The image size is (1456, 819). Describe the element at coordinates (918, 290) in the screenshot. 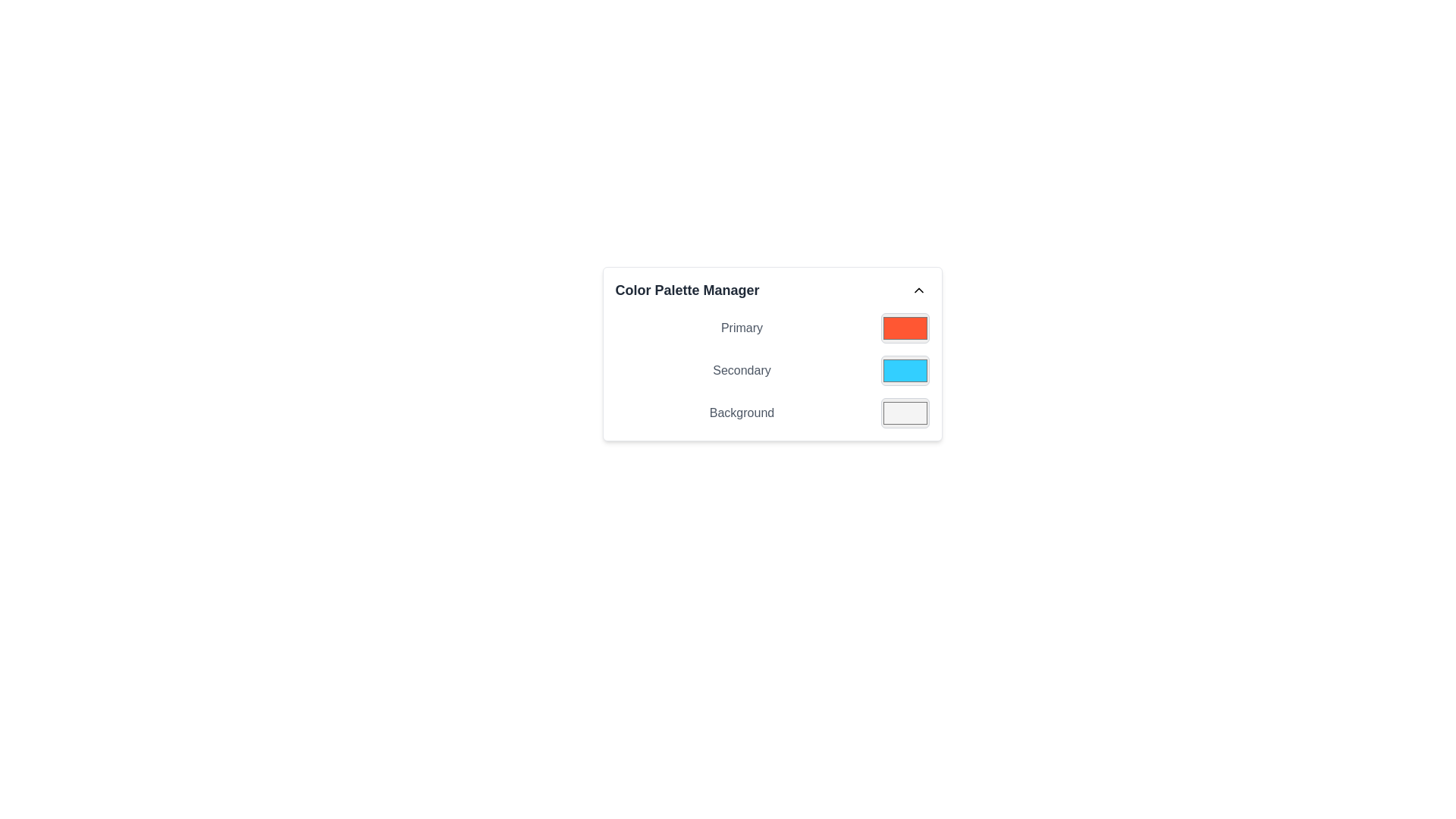

I see `the upward-pointing chevron button` at that location.